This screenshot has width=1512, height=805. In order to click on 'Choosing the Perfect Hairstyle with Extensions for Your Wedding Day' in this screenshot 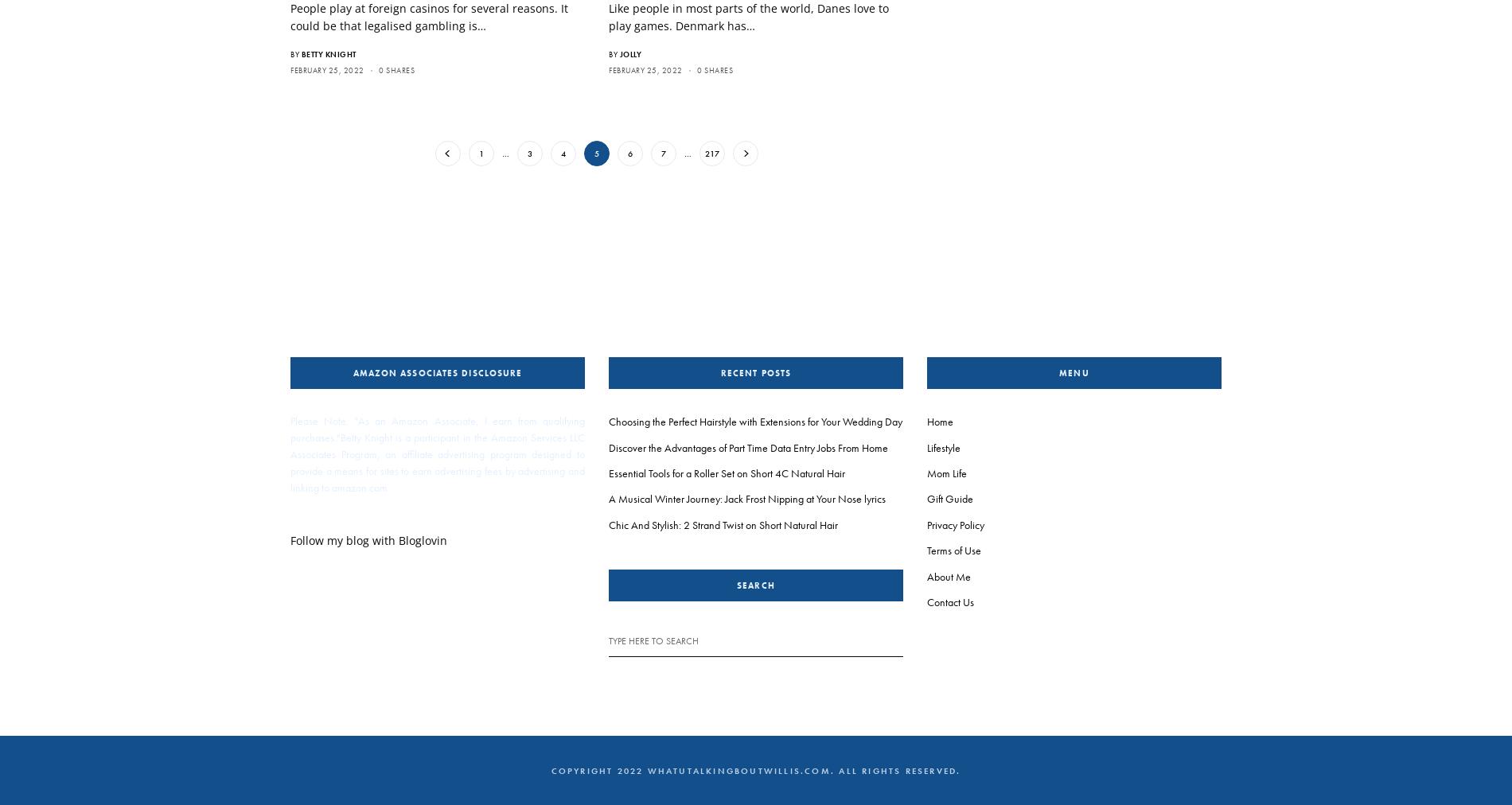, I will do `click(754, 420)`.